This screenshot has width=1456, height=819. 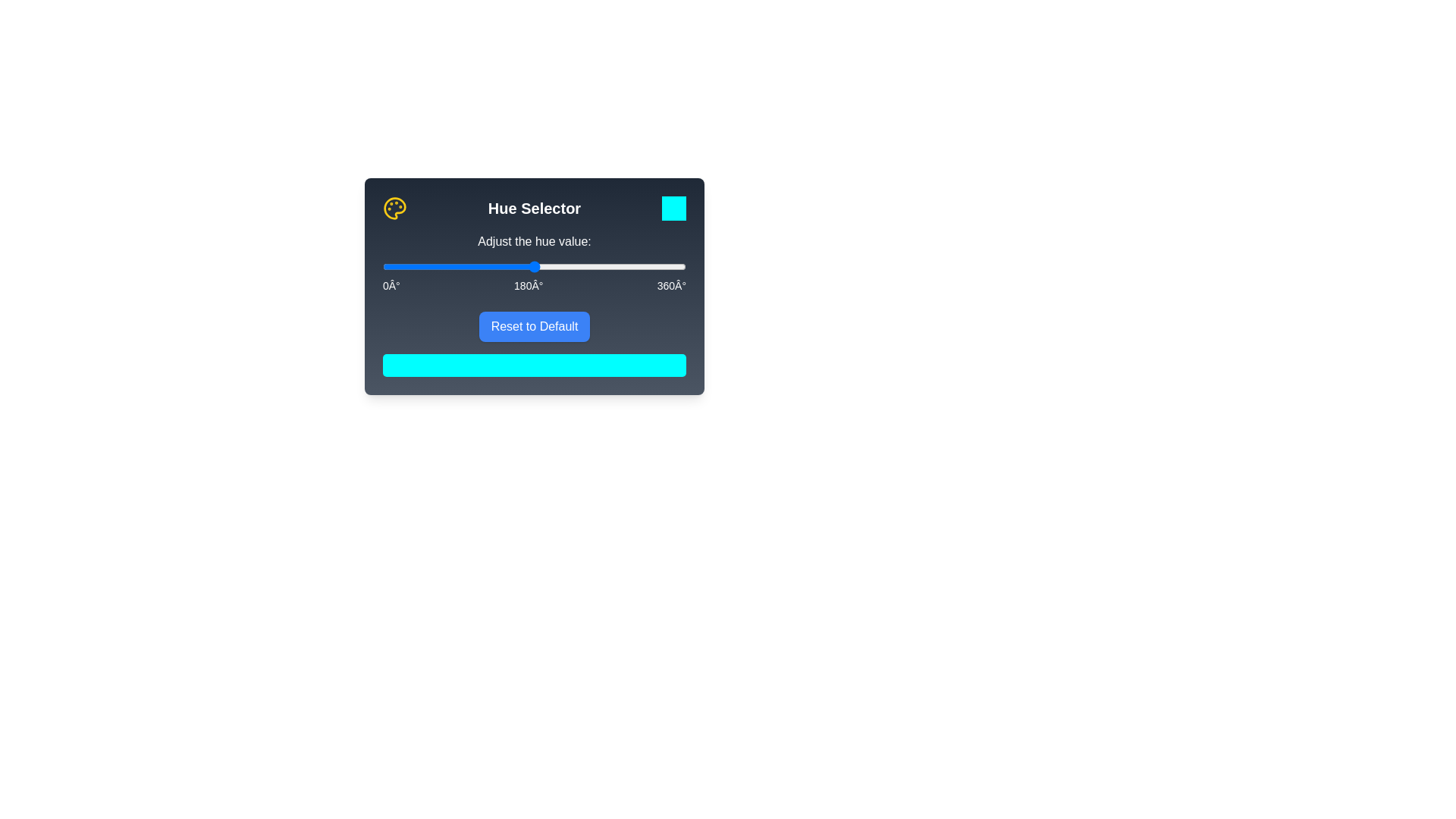 I want to click on the hue slider to 53°, so click(x=426, y=265).